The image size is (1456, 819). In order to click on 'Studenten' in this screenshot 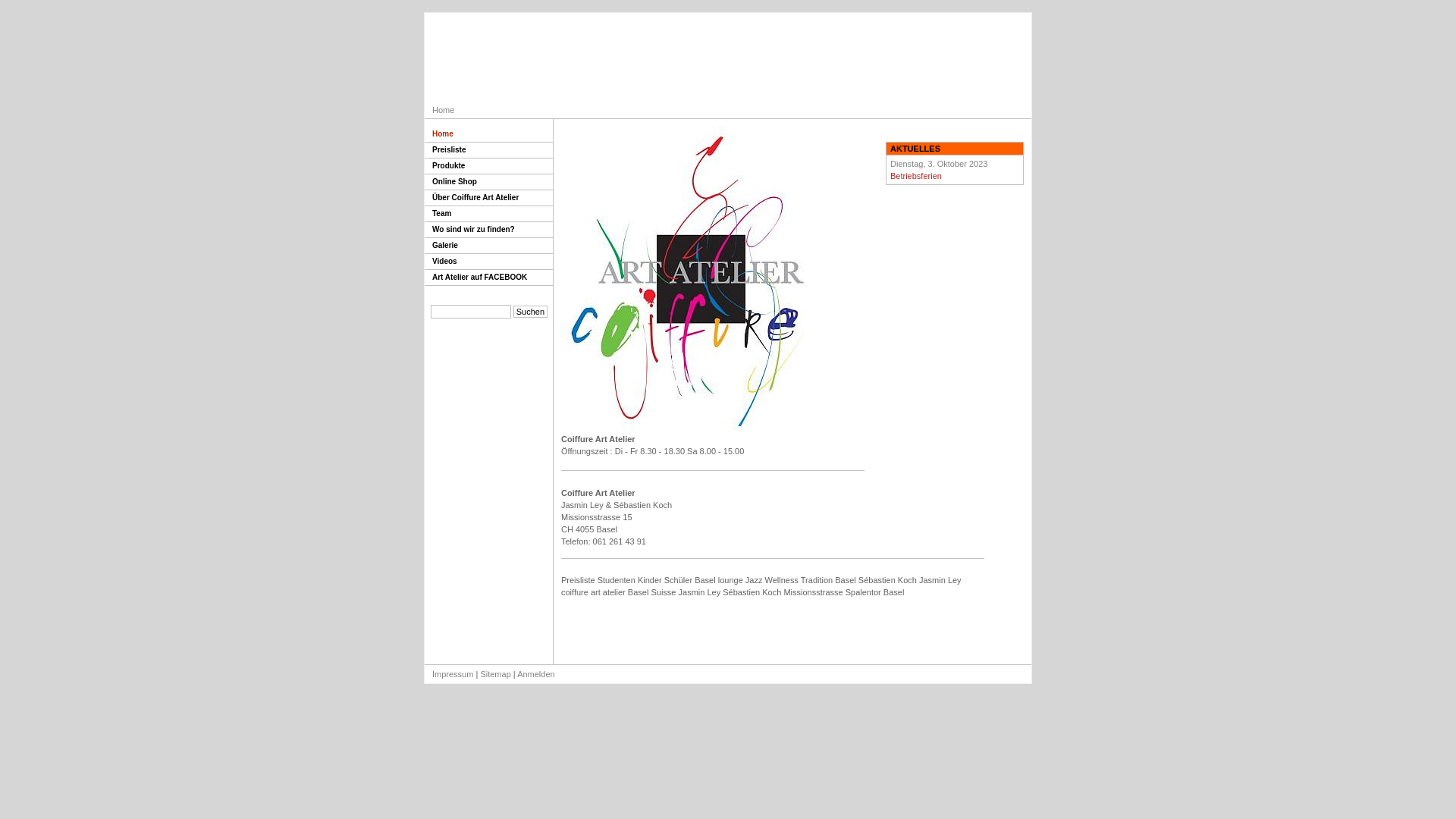, I will do `click(616, 579)`.